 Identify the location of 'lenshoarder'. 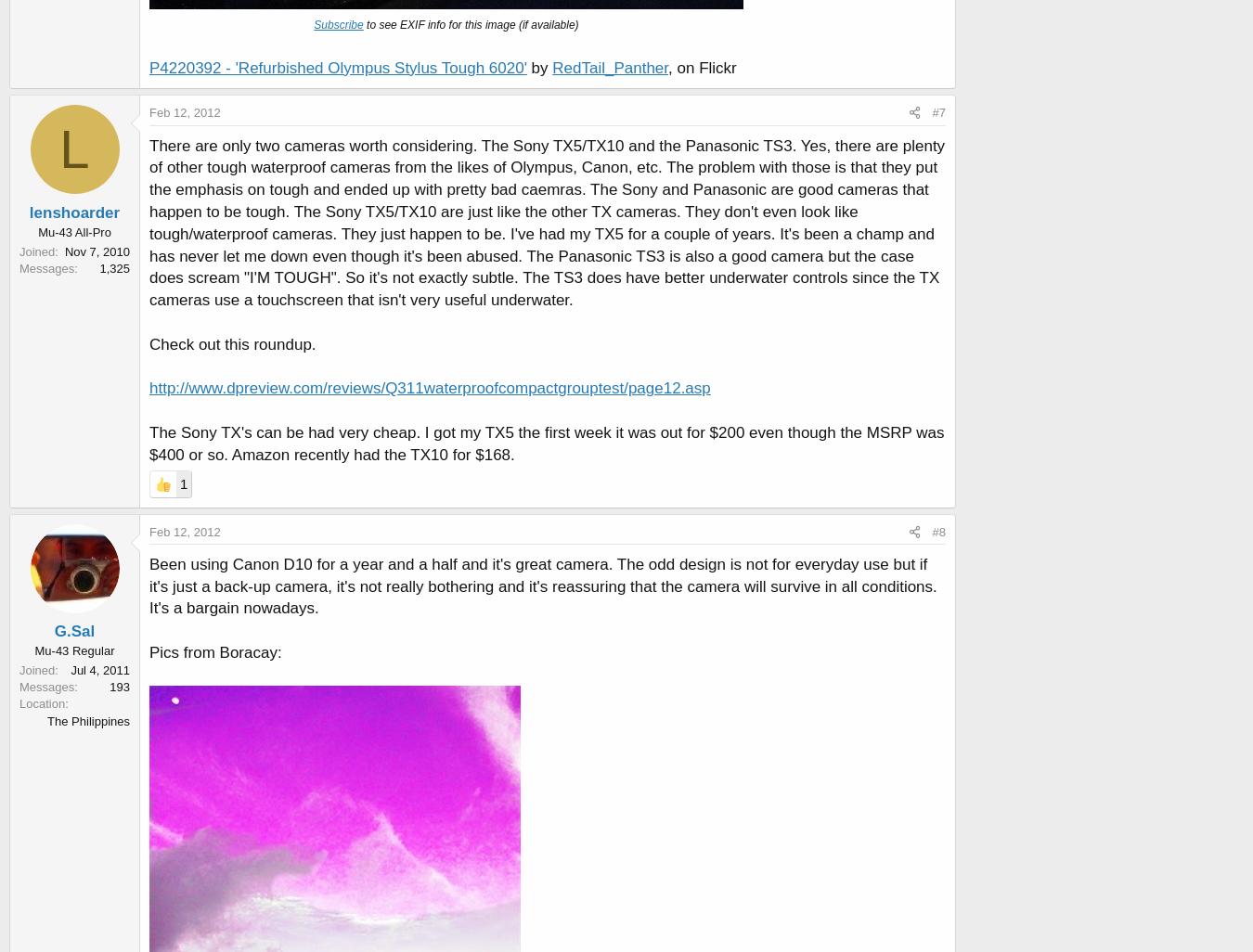
(73, 212).